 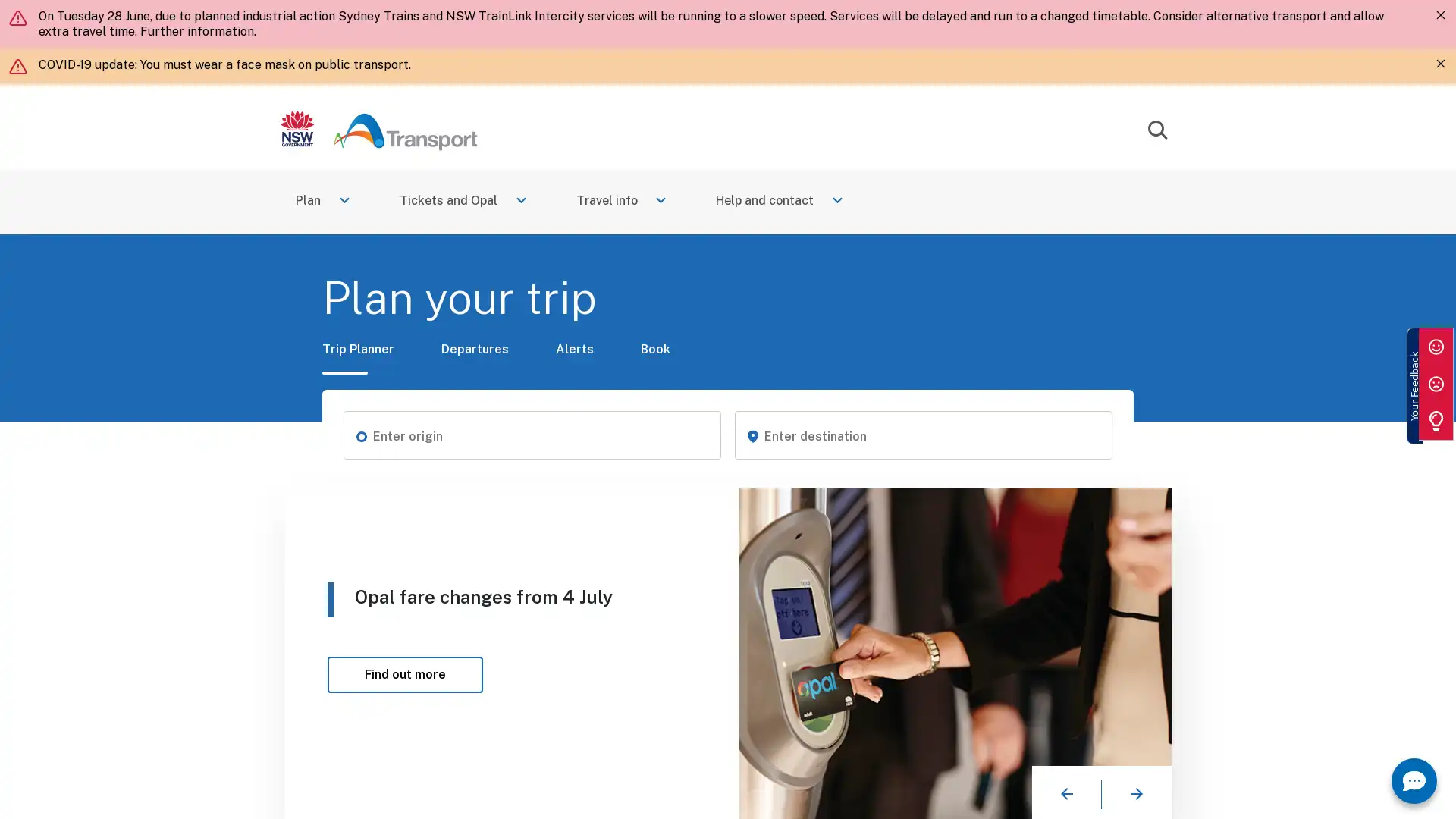 What do you see at coordinates (463, 201) in the screenshot?
I see `Tickets and Opal` at bounding box center [463, 201].